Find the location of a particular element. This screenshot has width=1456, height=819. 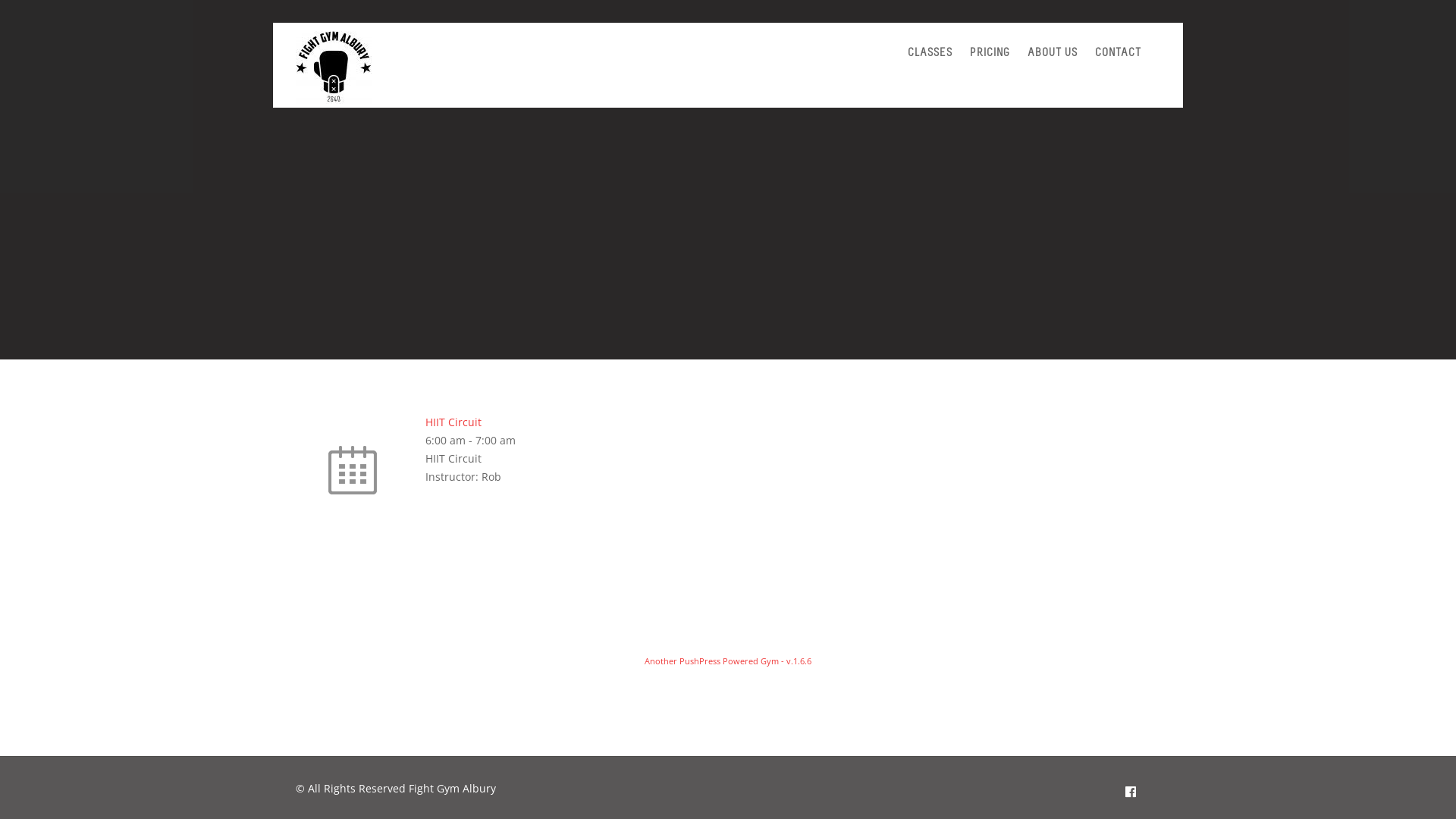

'CLASSES' is located at coordinates (929, 52).